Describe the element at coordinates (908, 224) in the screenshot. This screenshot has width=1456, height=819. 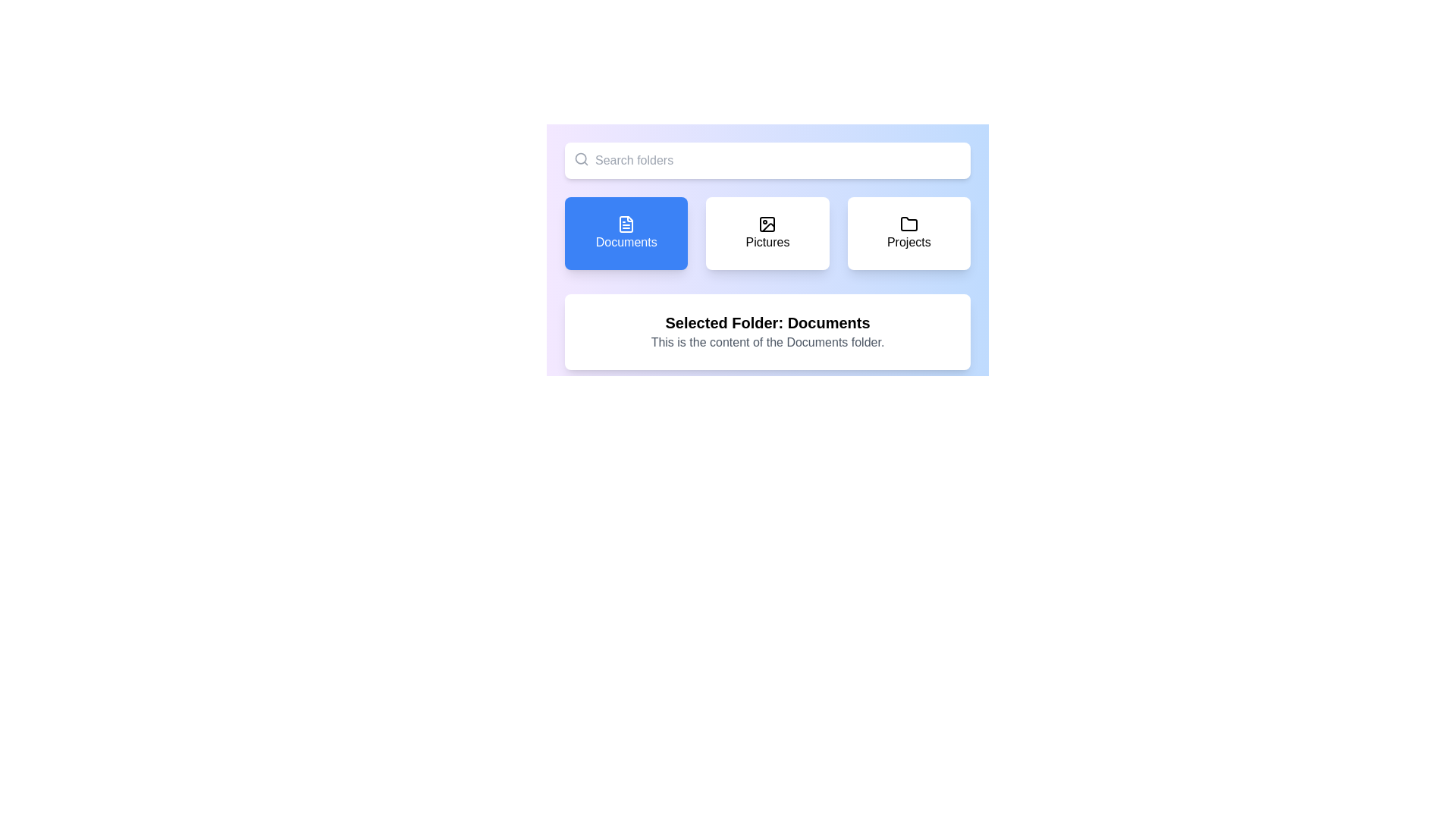
I see `the folder-shaped icon in the 'Projects' section` at that location.